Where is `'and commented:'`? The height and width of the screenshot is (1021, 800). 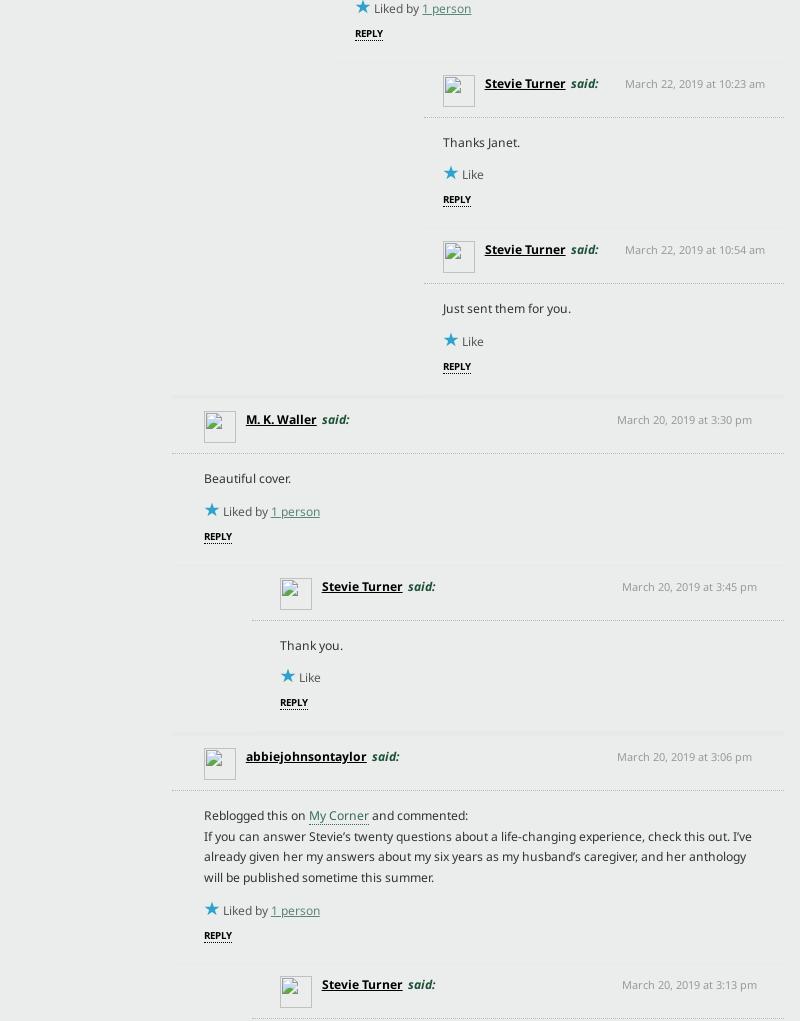
'and commented:' is located at coordinates (367, 814).